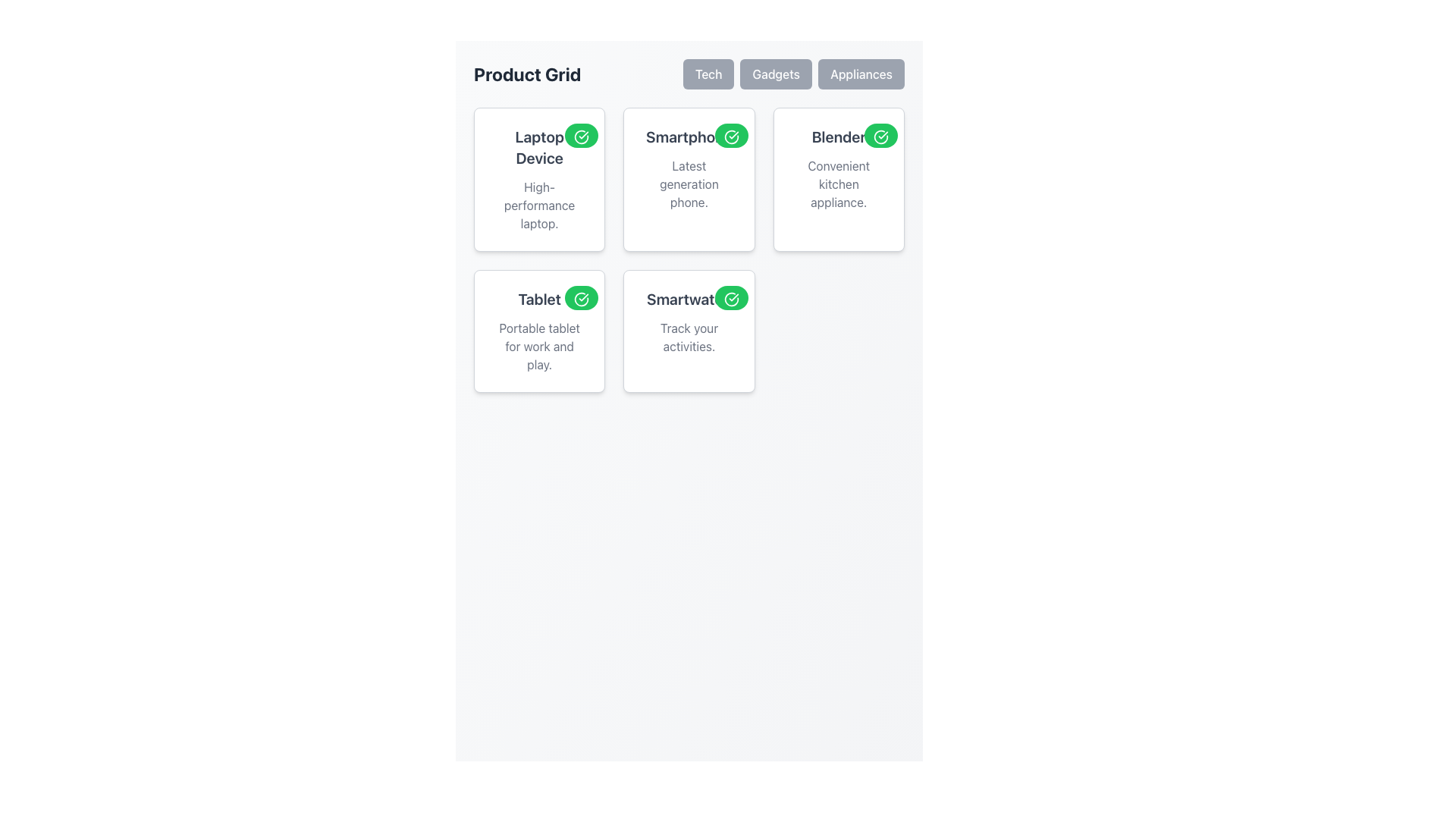 This screenshot has width=1456, height=819. I want to click on the 'Gadgets' filter button, which is the second of three inline buttons to the right of the 'Product Grid' title, to trigger a visual effect, so click(792, 74).